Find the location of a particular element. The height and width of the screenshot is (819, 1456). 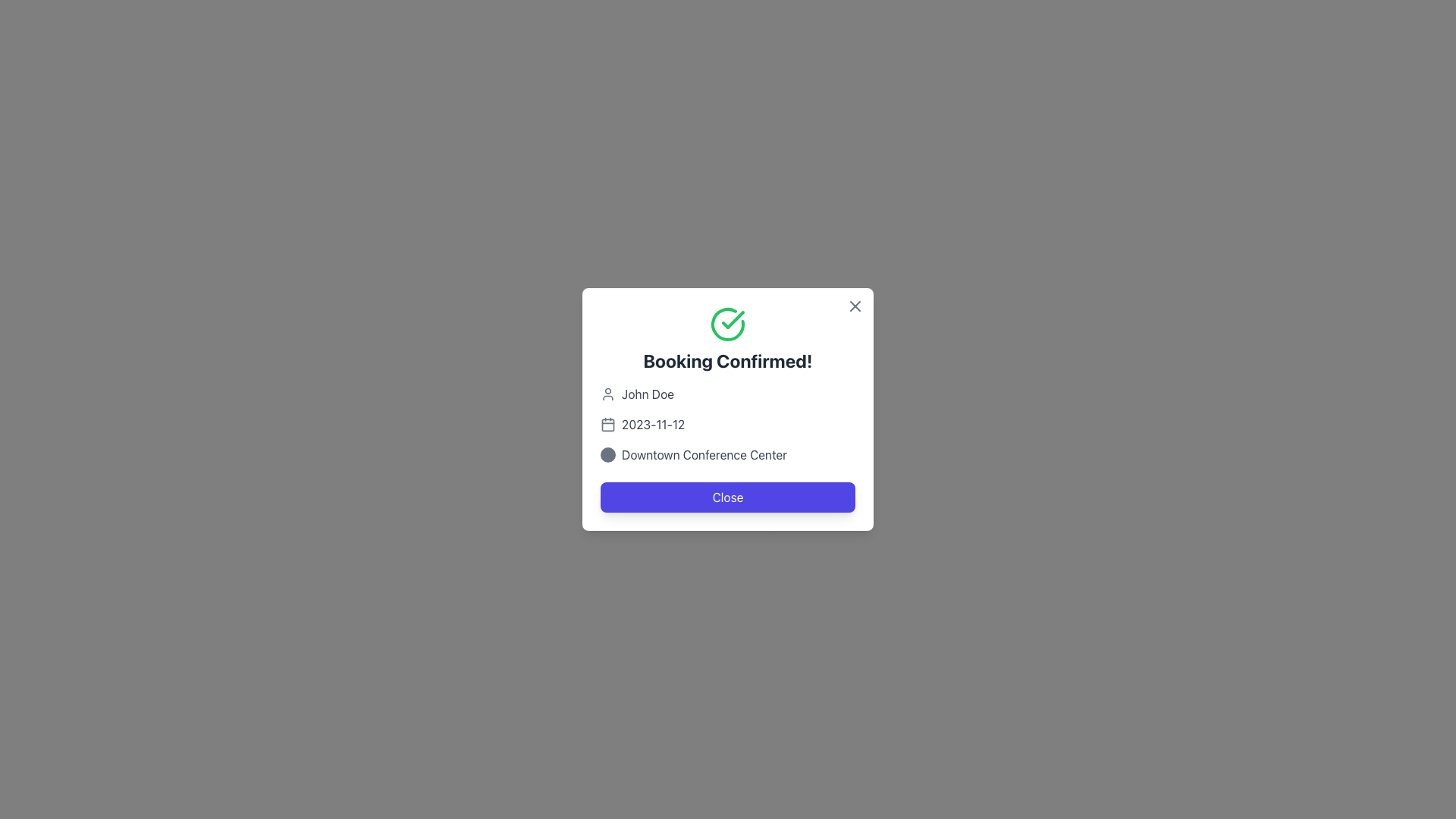

the text field displaying the name 'John Doe' in medium gray color, which is the first item in the list of details in the modal dialog view is located at coordinates (648, 394).